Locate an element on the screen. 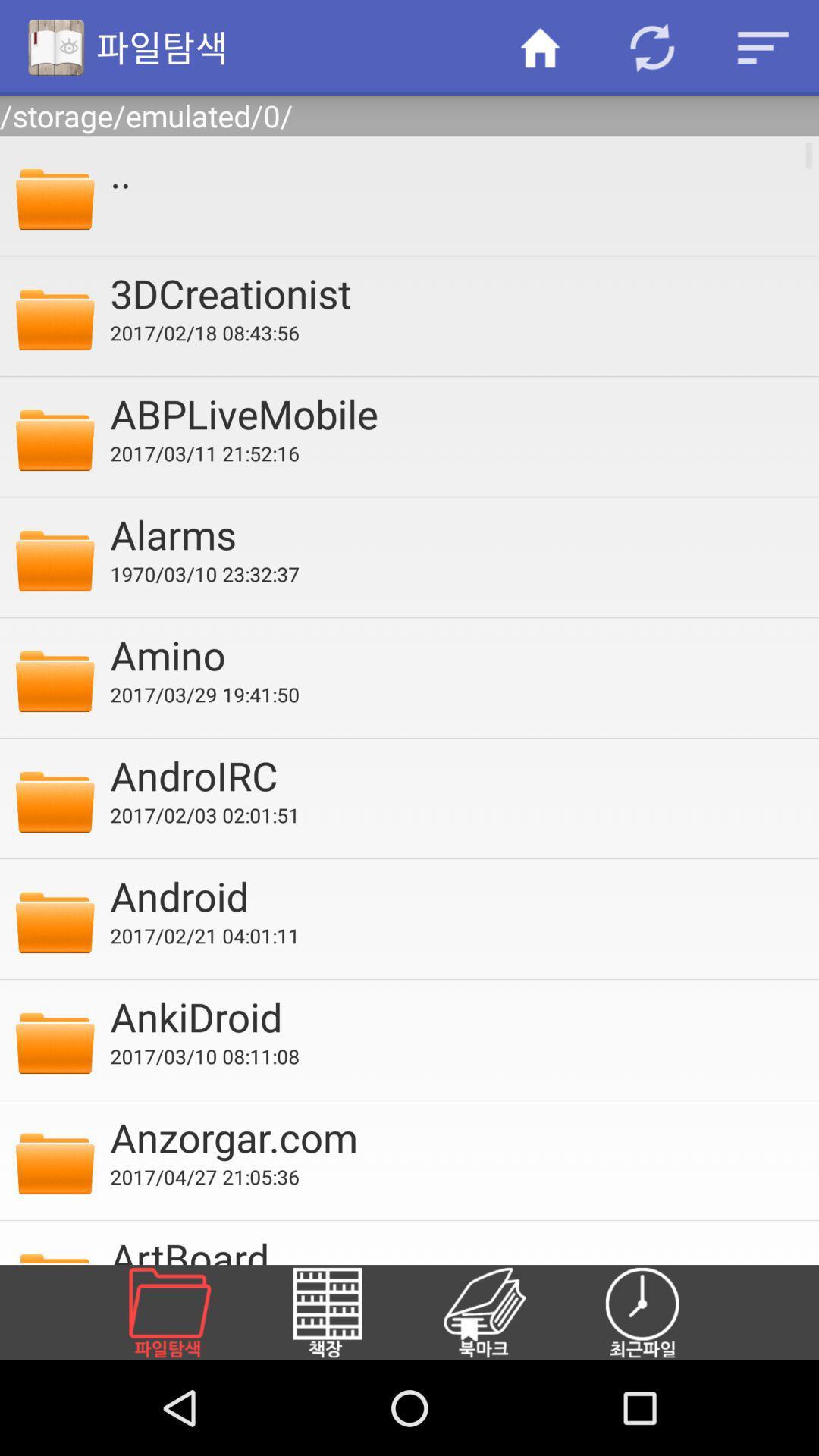  the item above 2017 03 10 icon is located at coordinates (453, 1016).